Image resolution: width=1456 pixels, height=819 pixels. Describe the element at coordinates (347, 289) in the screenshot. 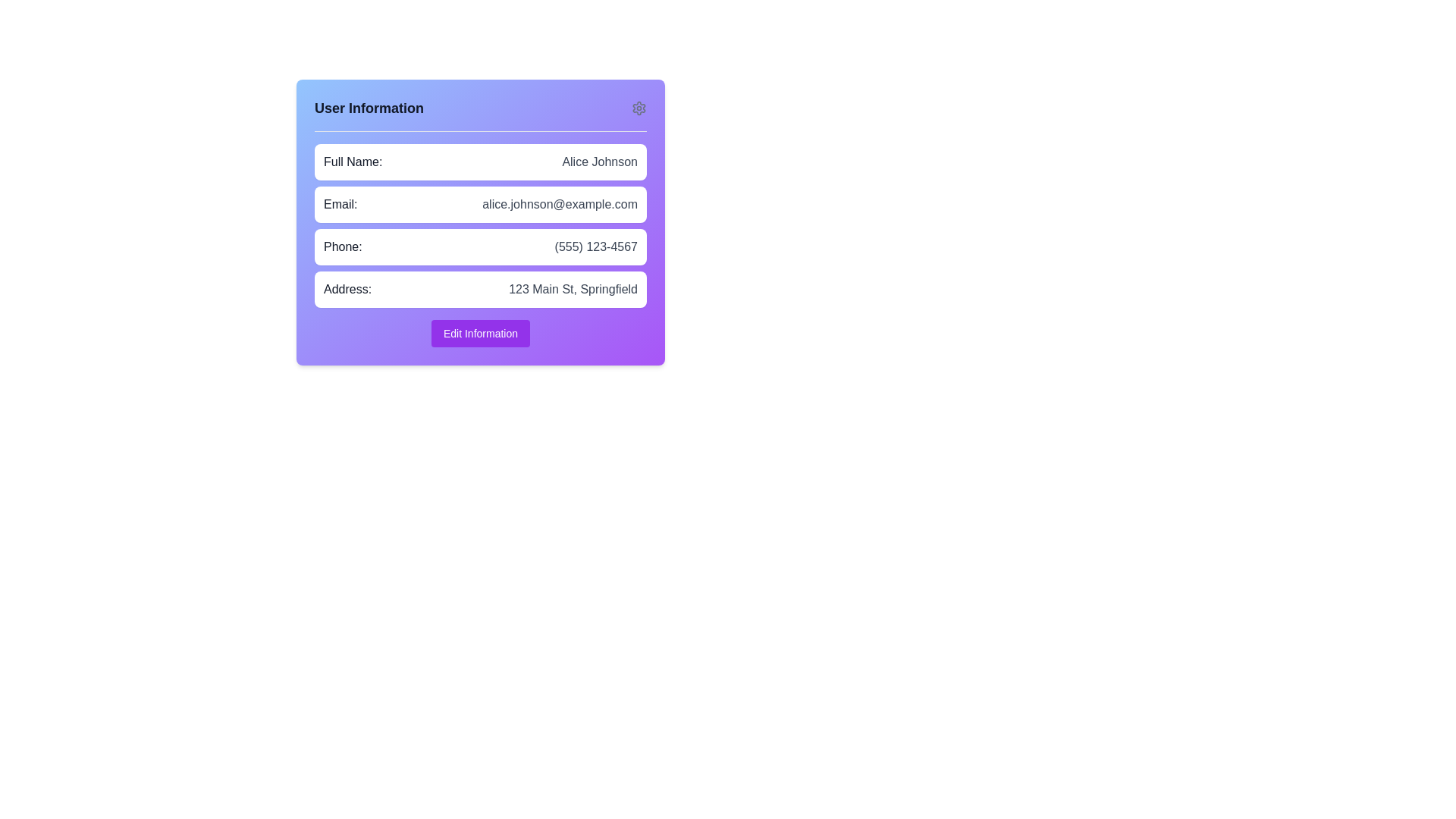

I see `the label displaying 'Address:' in bold font, which is positioned to the left of the address value '123 Main St, Springfield' within the user information form` at that location.